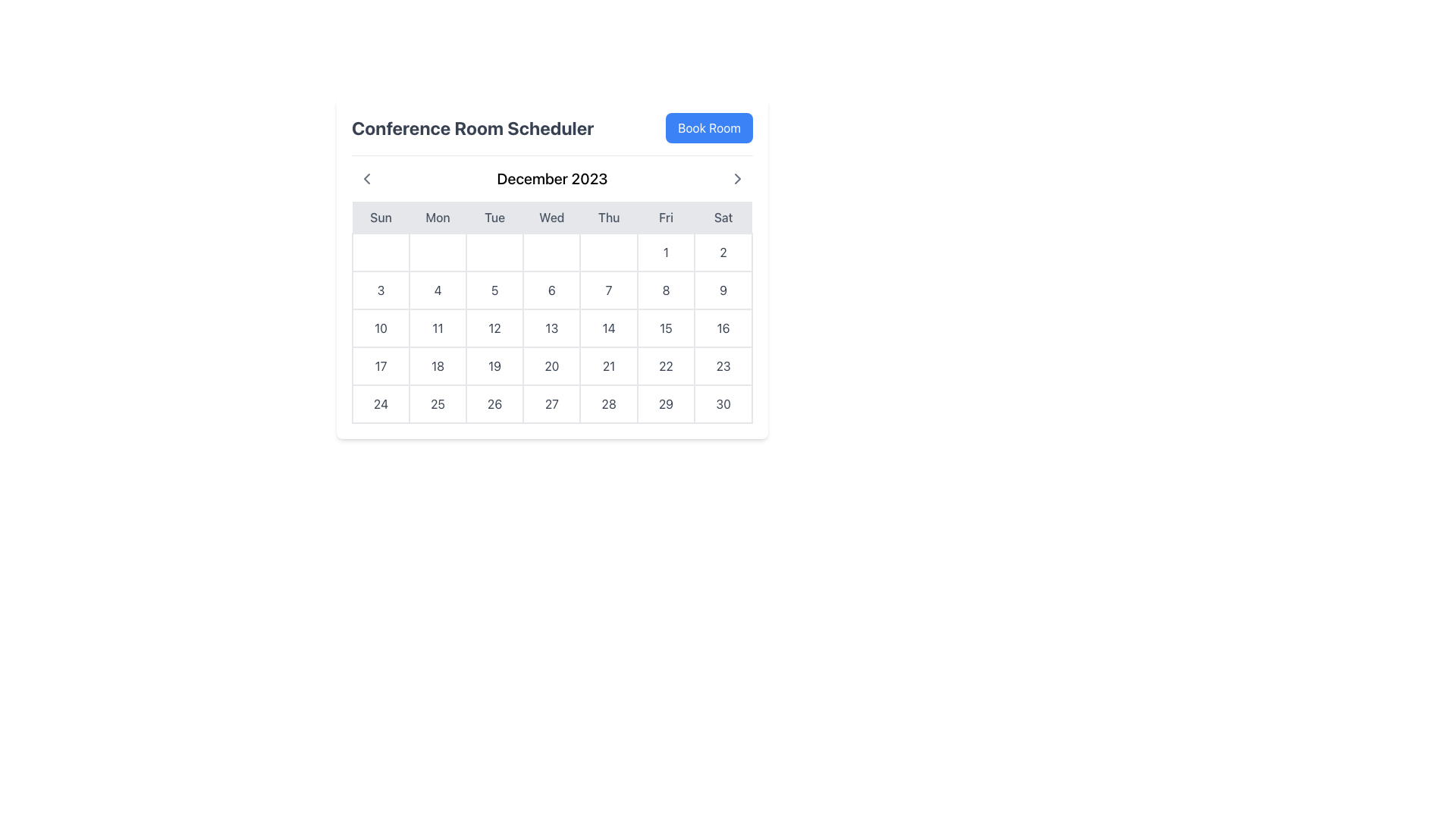 This screenshot has height=819, width=1456. I want to click on the calendar date indicator displaying the number '19' to observe the hover effect, so click(494, 366).